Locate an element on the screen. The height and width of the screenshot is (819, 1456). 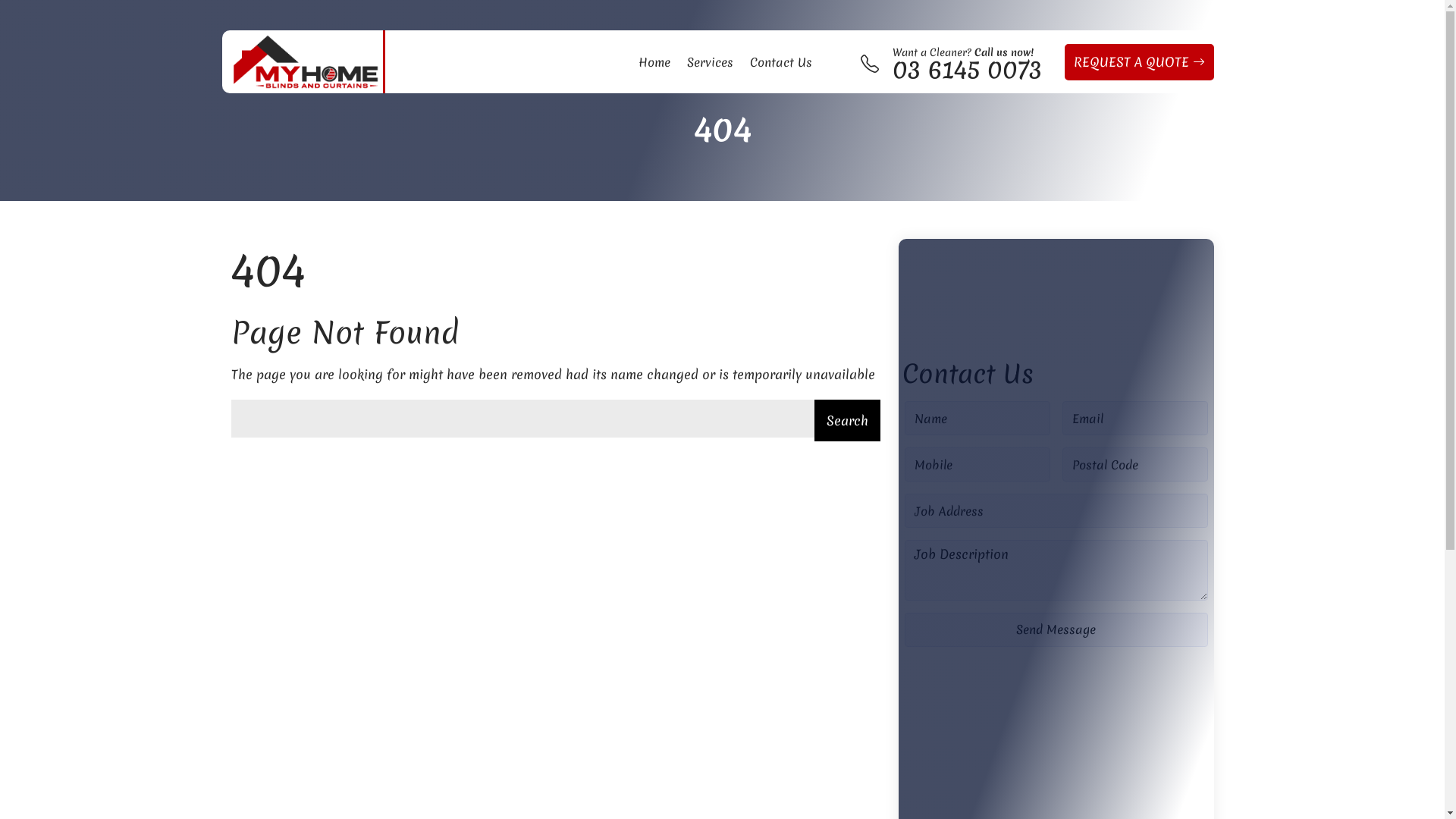
'REQUEST A QUOTE' is located at coordinates (1139, 61).